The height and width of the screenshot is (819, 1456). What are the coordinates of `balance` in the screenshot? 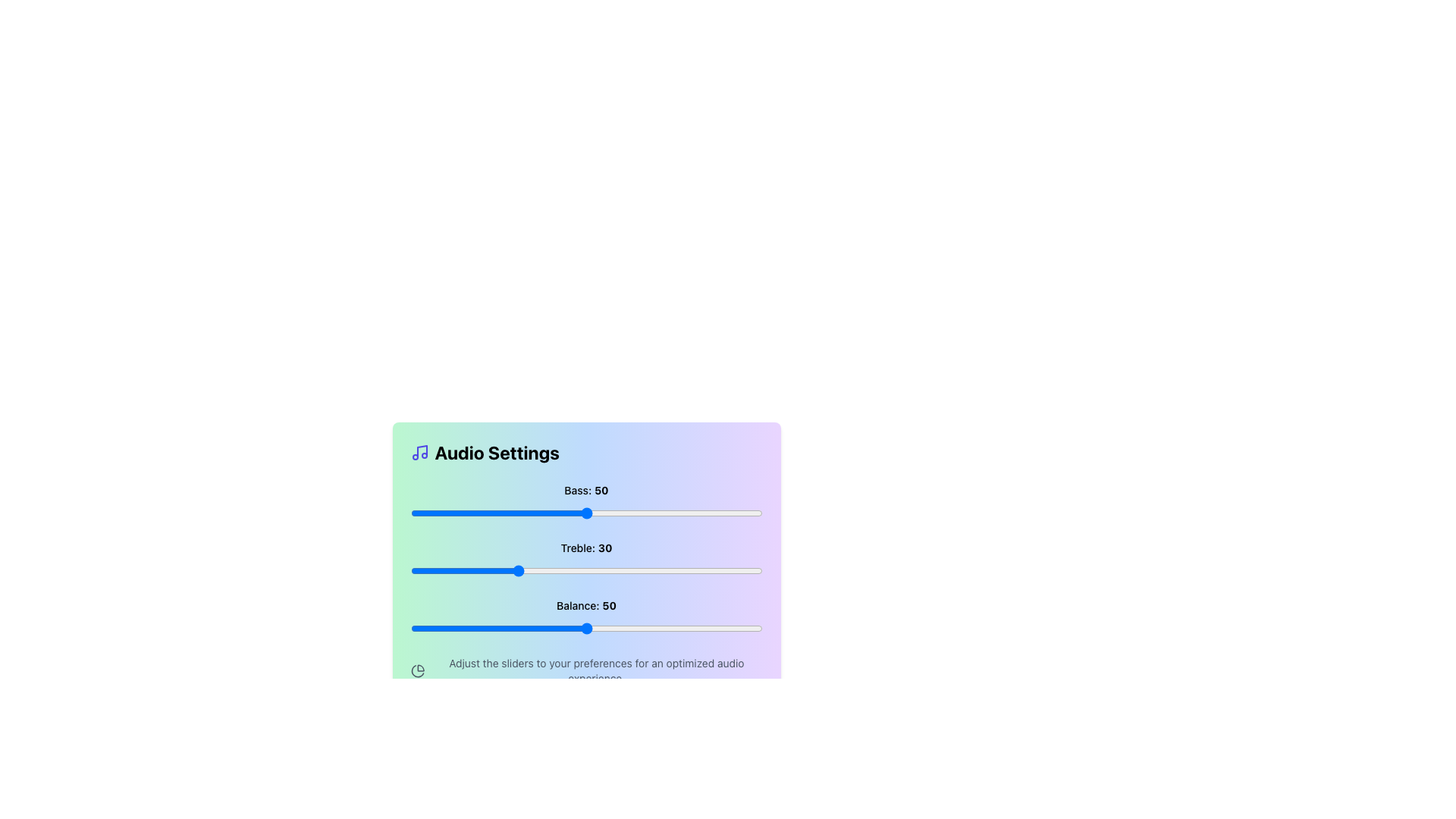 It's located at (716, 629).